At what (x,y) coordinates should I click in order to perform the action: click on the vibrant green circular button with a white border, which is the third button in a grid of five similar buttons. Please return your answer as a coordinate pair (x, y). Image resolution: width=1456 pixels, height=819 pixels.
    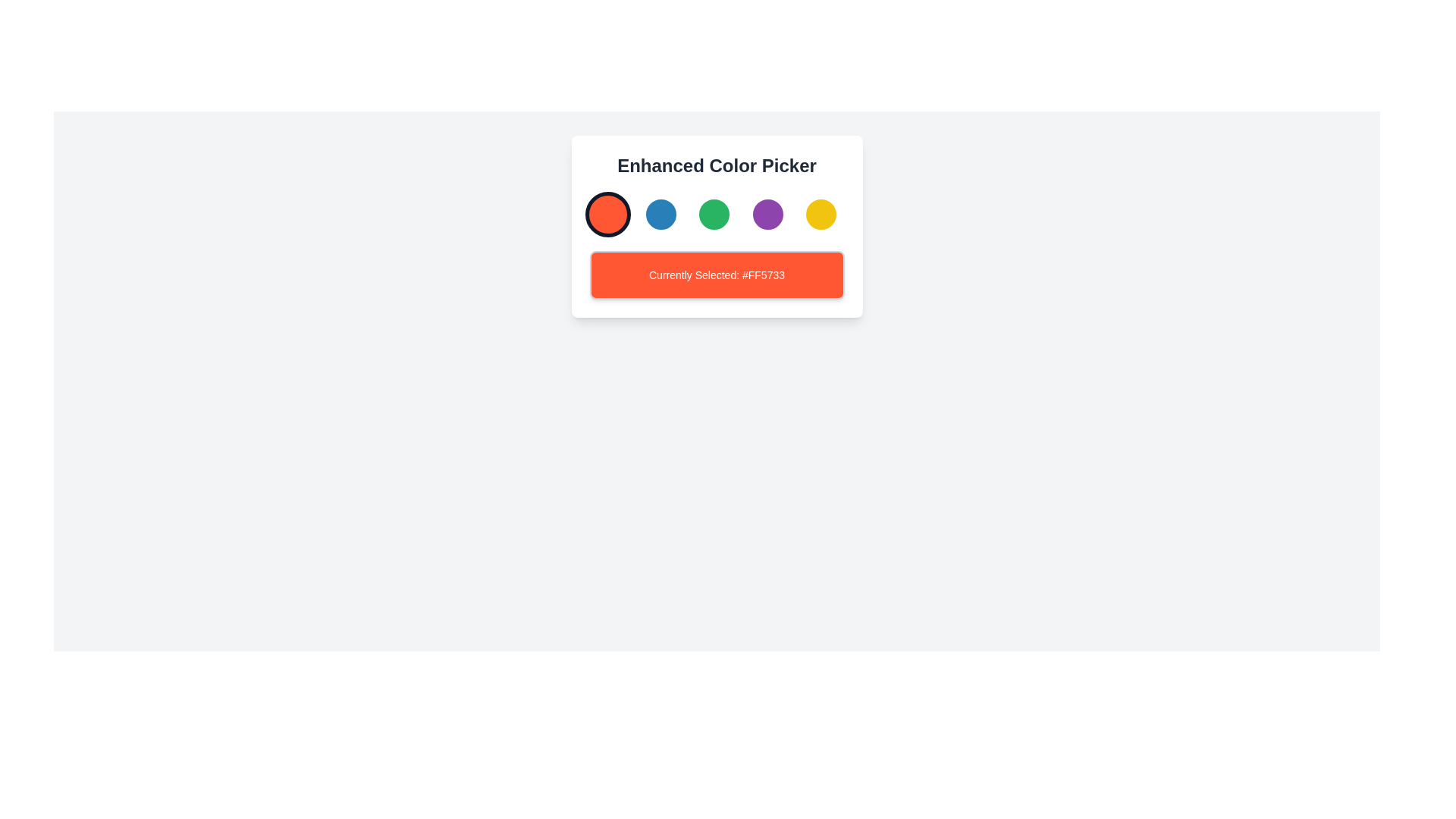
    Looking at the image, I should click on (713, 214).